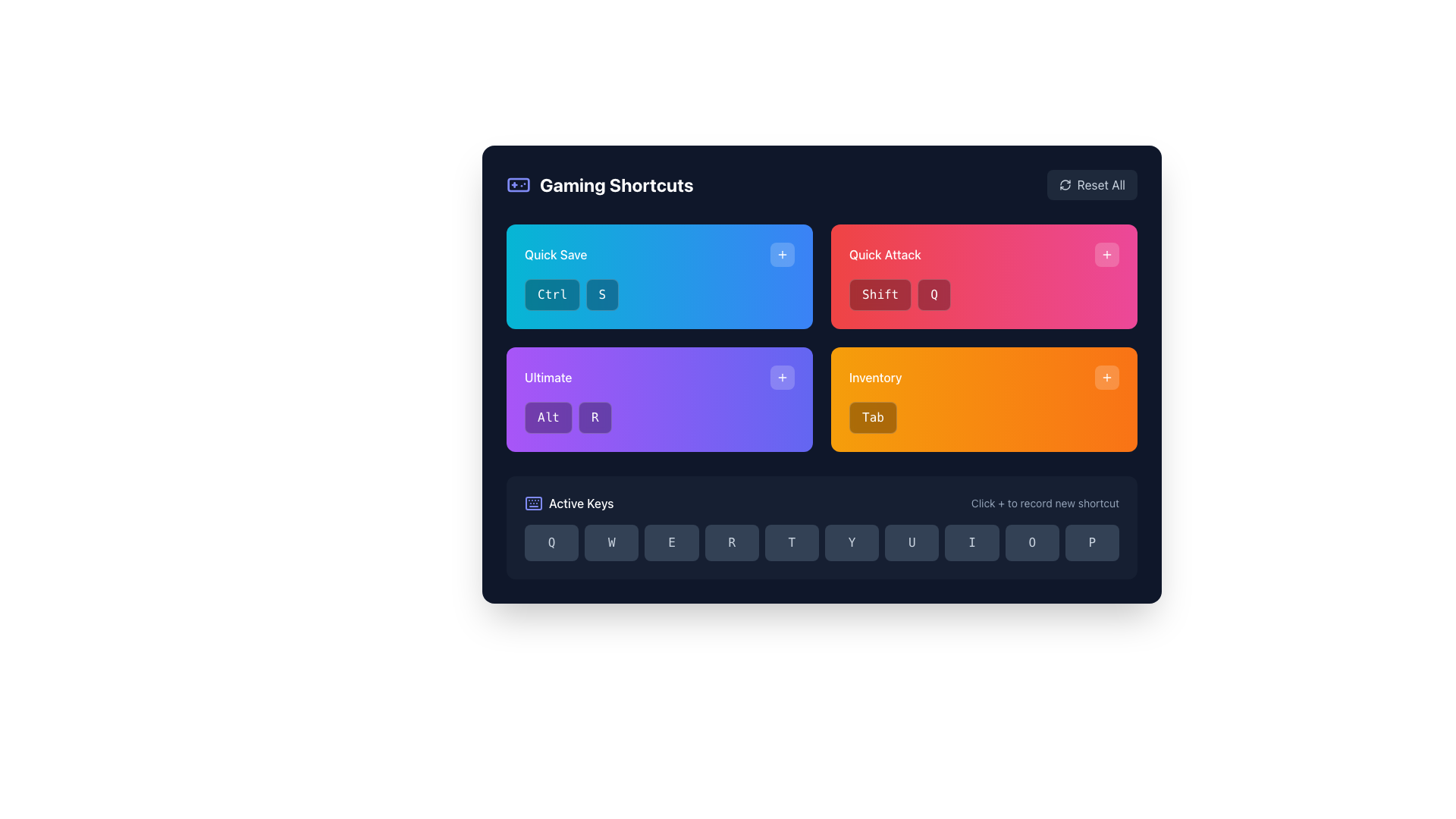 The width and height of the screenshot is (1456, 819). I want to click on the keyboard shortcut display element, which shows the 'Alt' and 'R' keys, located in the lower section of the purple 'Ultimate' card in the grid layout, so click(659, 418).